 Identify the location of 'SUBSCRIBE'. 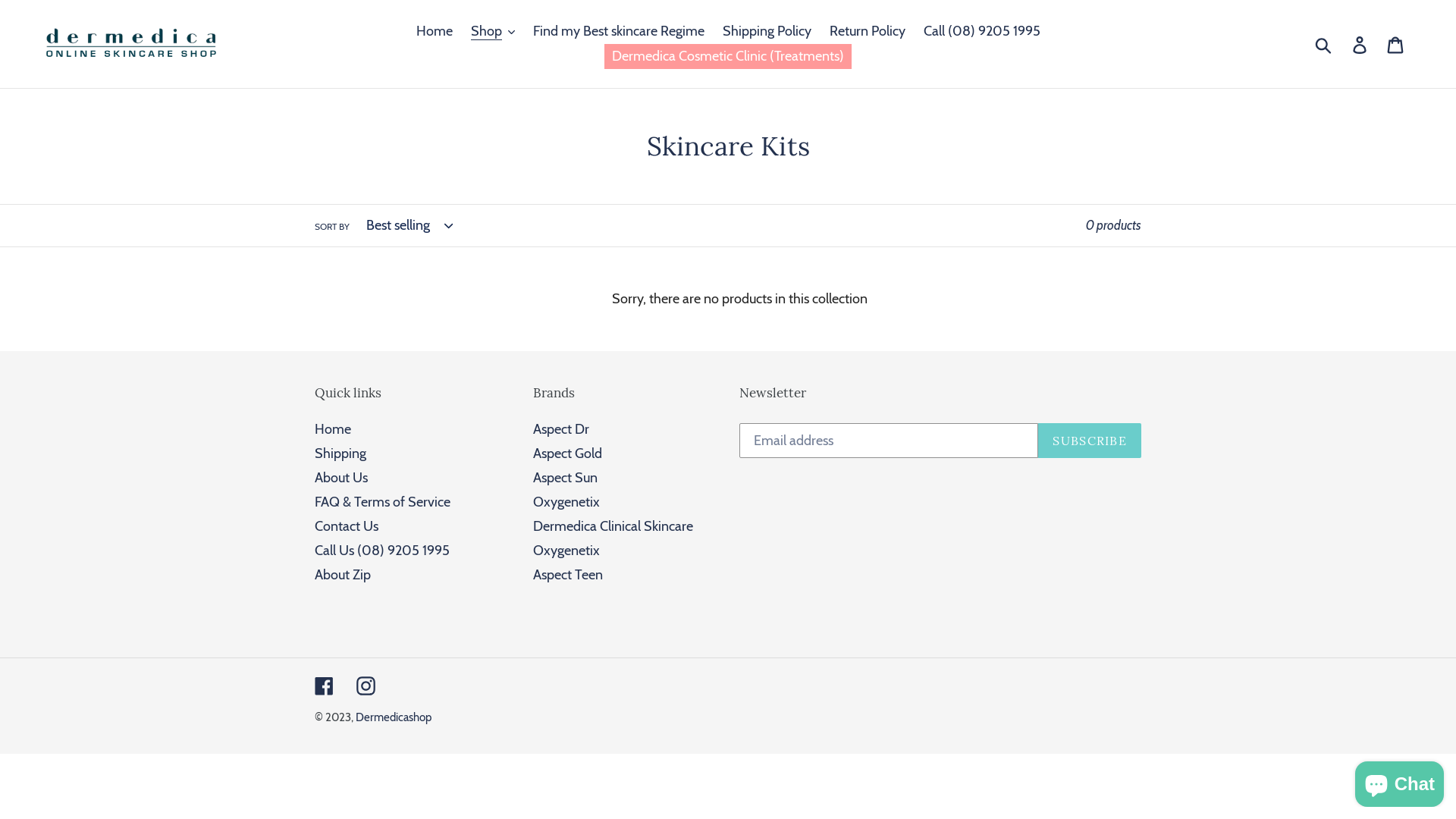
(1088, 441).